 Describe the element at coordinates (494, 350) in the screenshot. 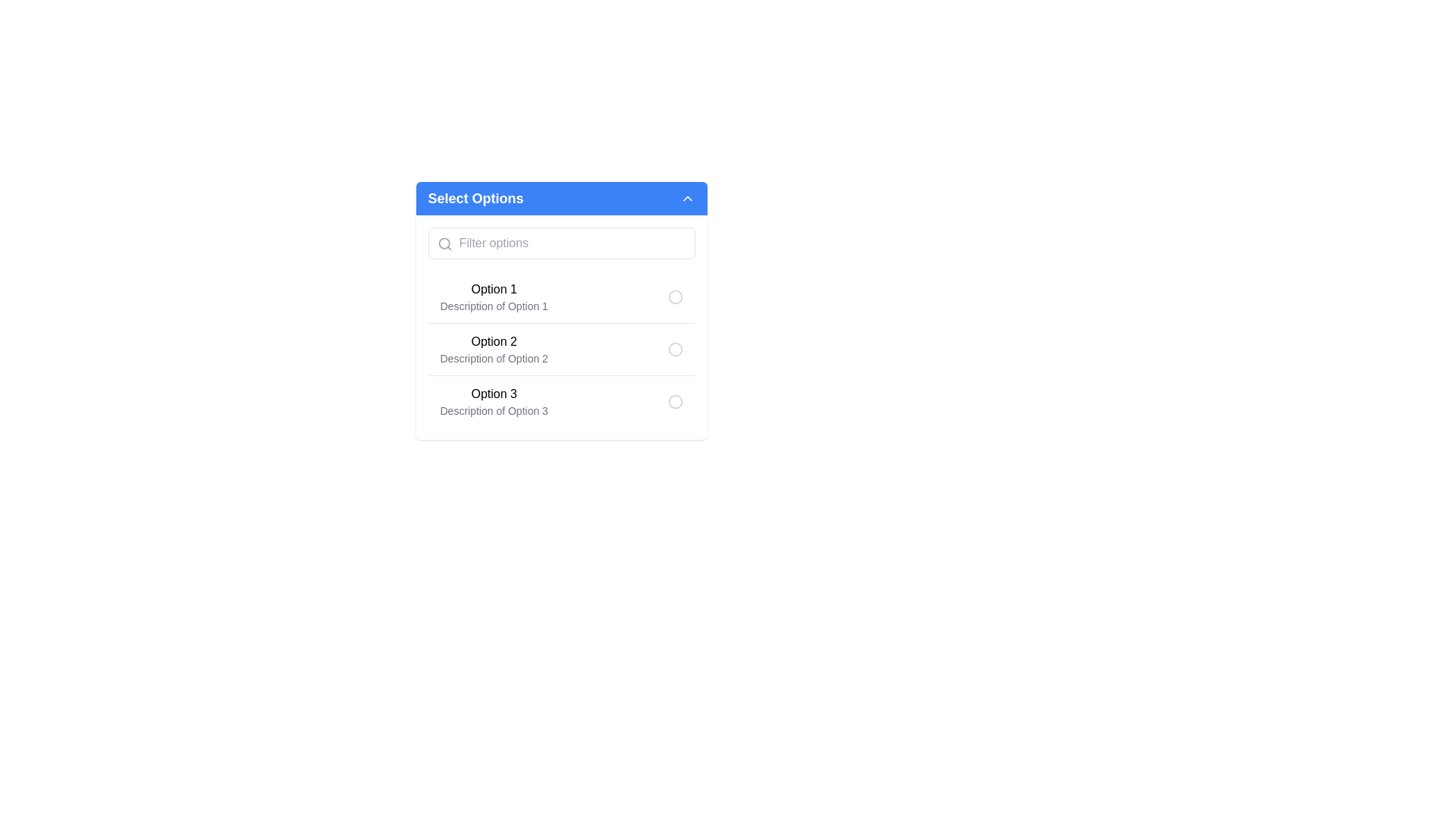

I see `the list item containing the text 'Option 2' in the dropdown titled 'Select Options'` at that location.